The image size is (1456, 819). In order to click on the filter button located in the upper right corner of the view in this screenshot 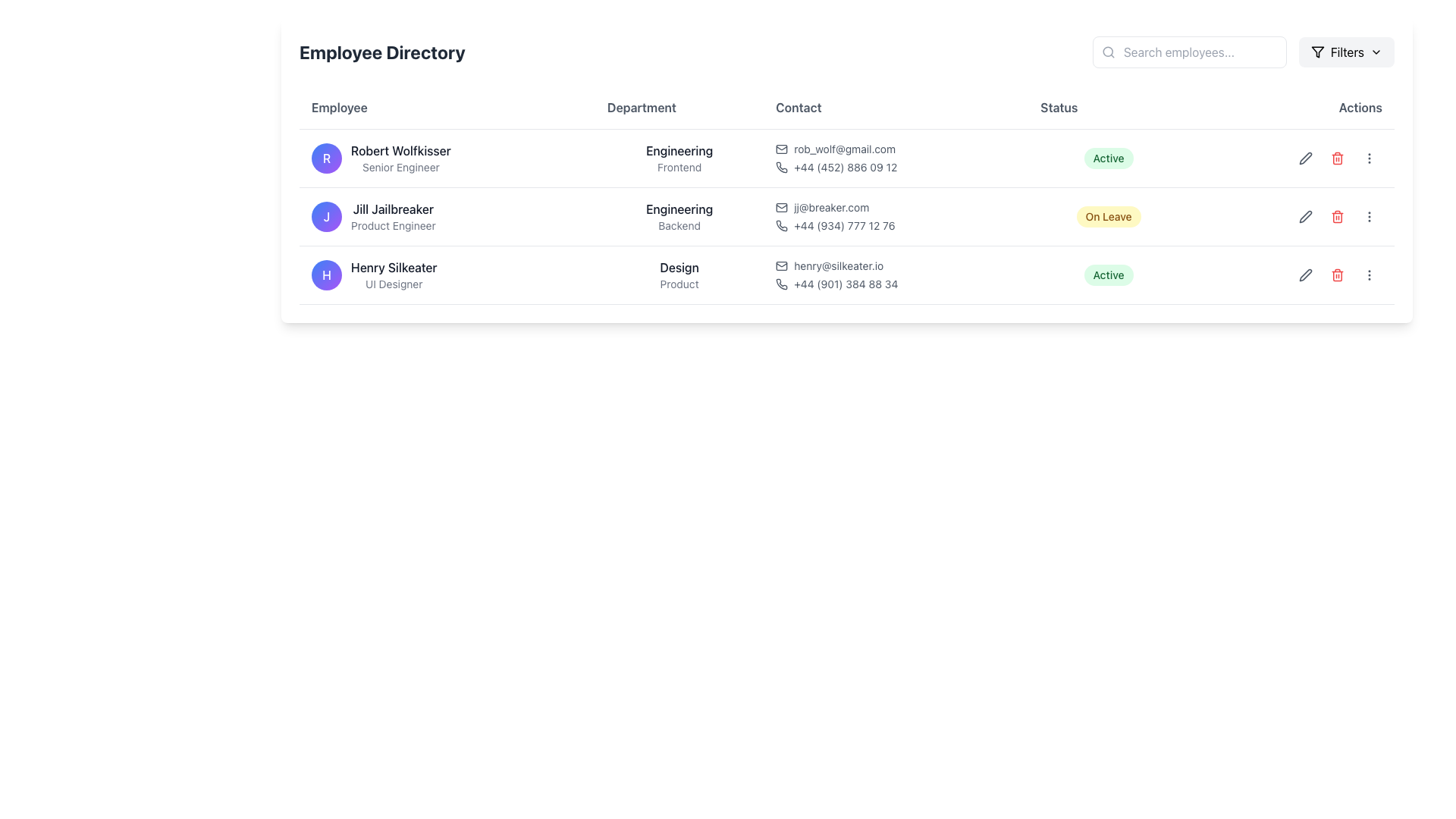, I will do `click(1347, 52)`.